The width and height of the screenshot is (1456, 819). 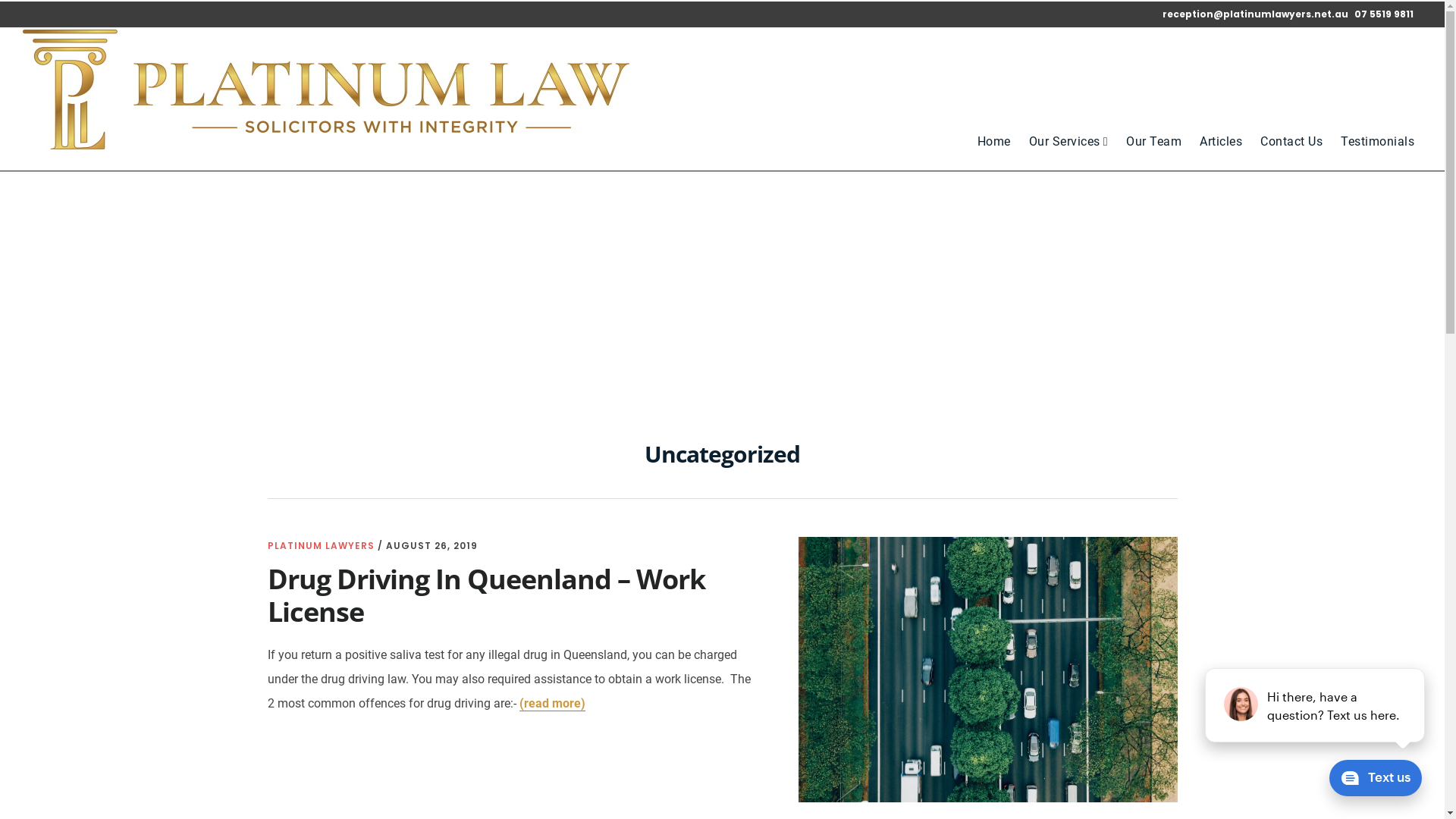 What do you see at coordinates (519, 704) in the screenshot?
I see `'(read more)'` at bounding box center [519, 704].